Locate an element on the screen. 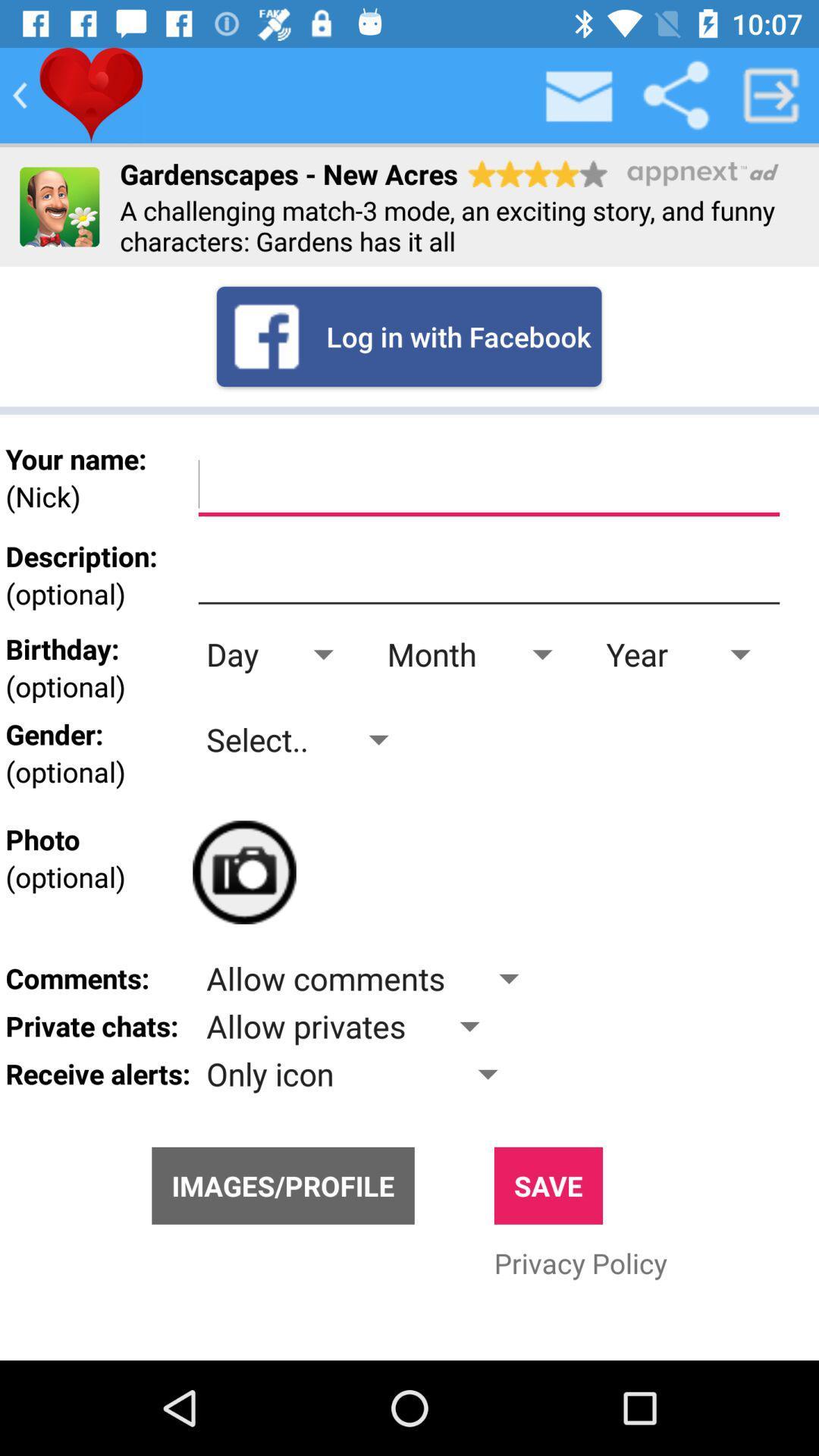 The width and height of the screenshot is (819, 1456). back button is located at coordinates (20, 94).